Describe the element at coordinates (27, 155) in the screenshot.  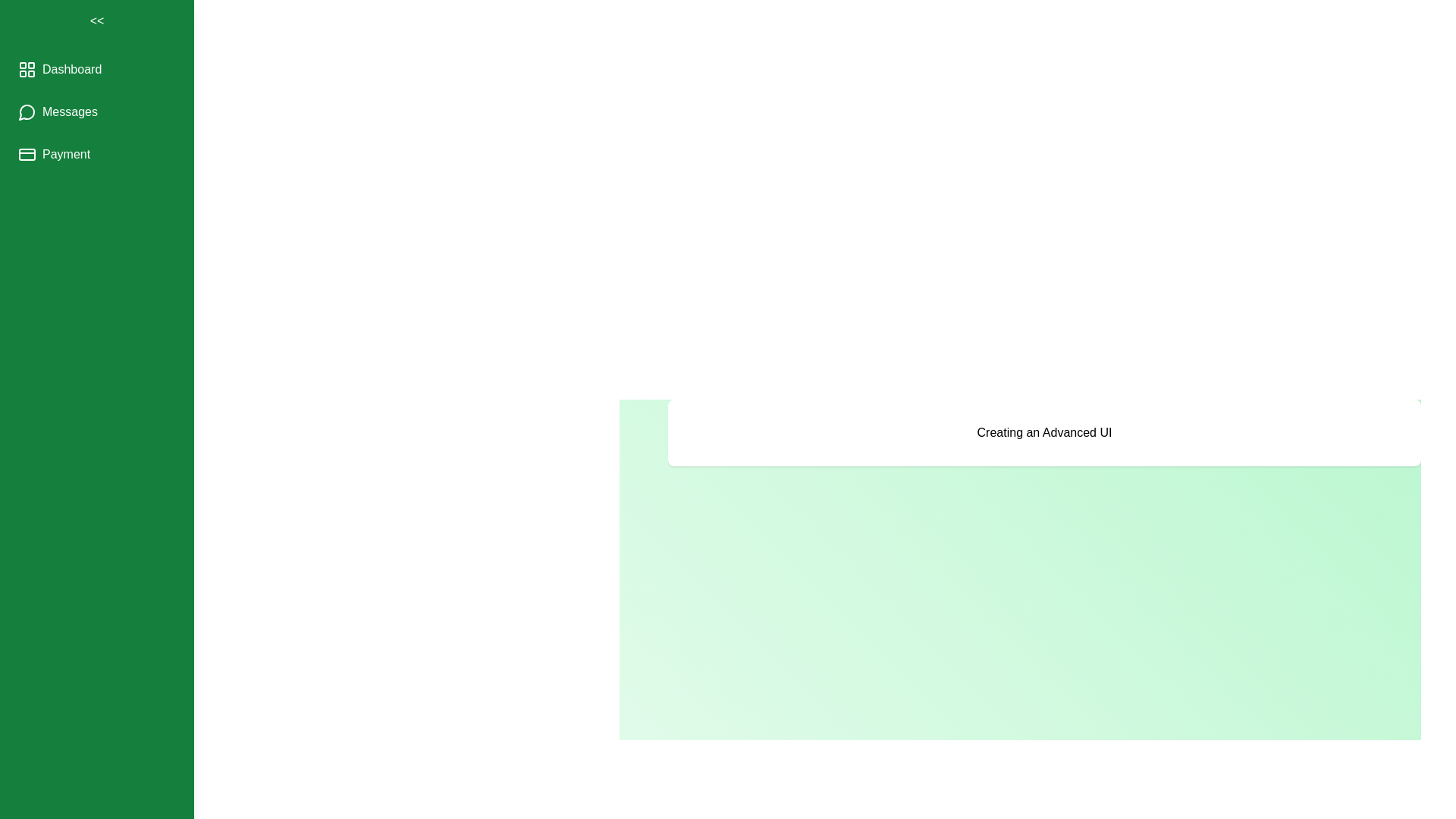
I see `the minimalist line-art credit card icon located at the top-left side of the interface to interact with the 'Payment' section` at that location.